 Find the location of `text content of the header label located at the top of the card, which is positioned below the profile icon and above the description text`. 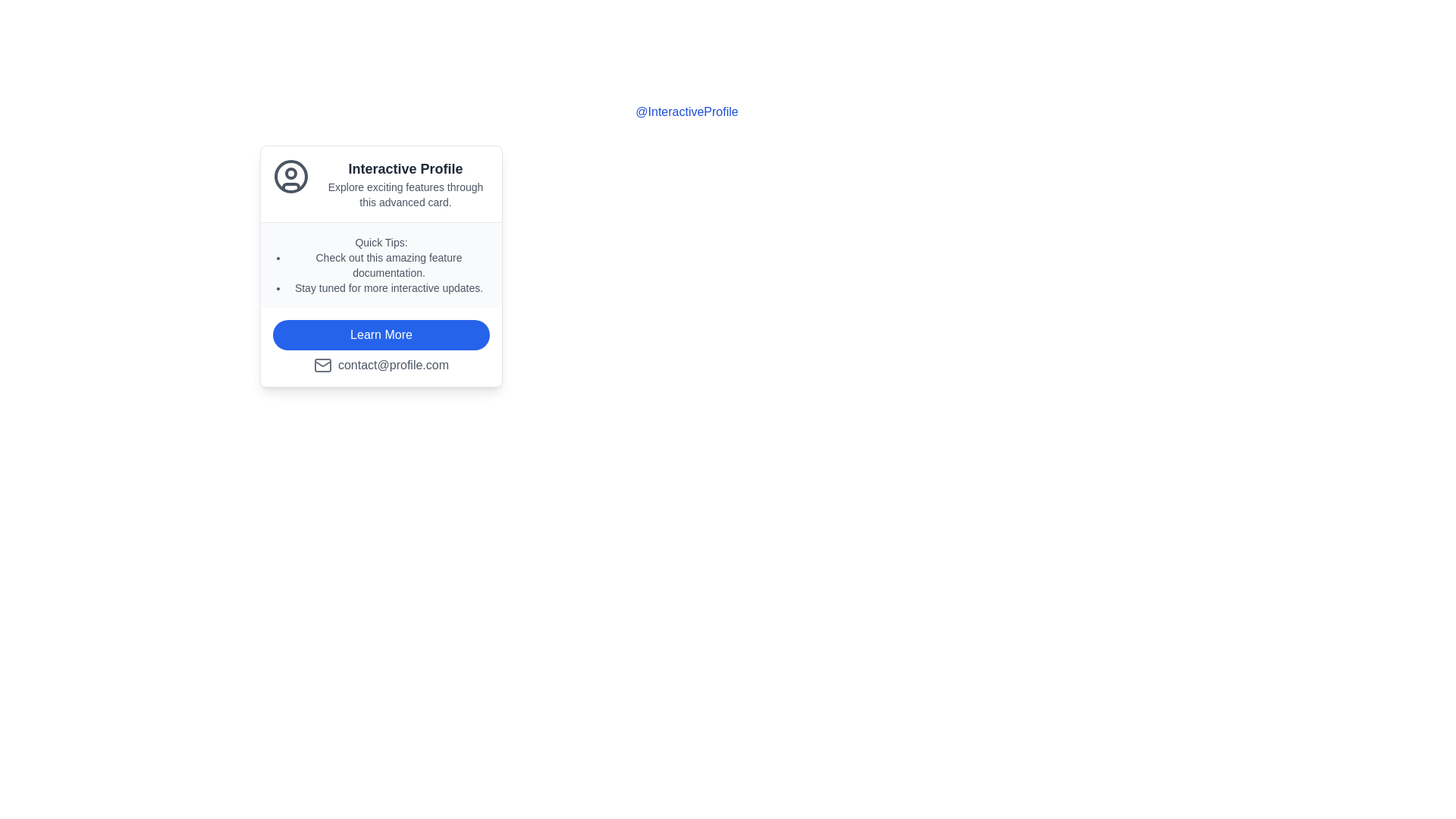

text content of the header label located at the top of the card, which is positioned below the profile icon and above the description text is located at coordinates (405, 169).